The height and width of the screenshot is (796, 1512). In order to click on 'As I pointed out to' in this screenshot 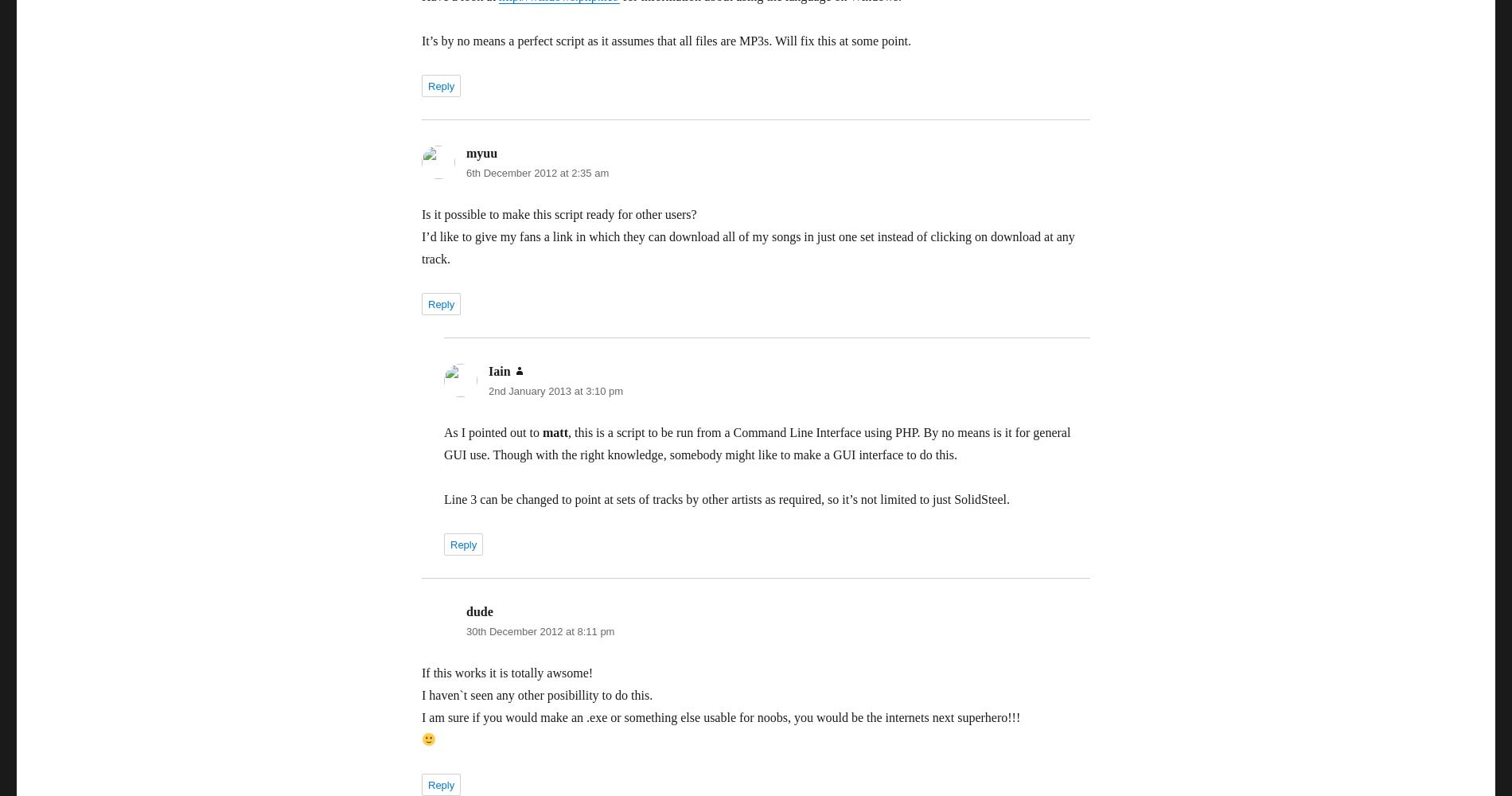, I will do `click(444, 432)`.